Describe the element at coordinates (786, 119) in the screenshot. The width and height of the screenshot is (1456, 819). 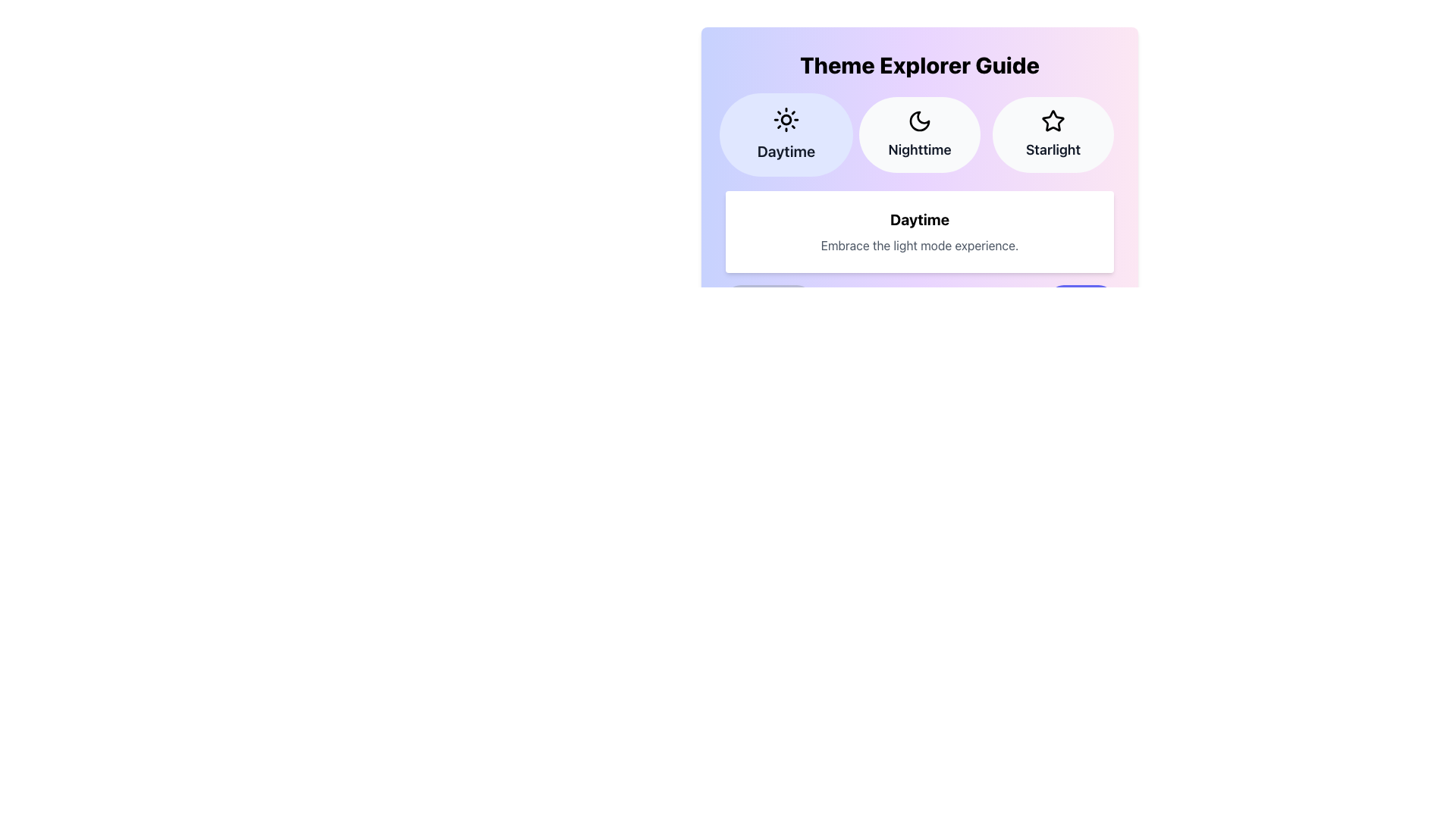
I see `the circular icon component within the sun illustration in the Theme Explorer Guide, located above the 'Daytime' text` at that location.